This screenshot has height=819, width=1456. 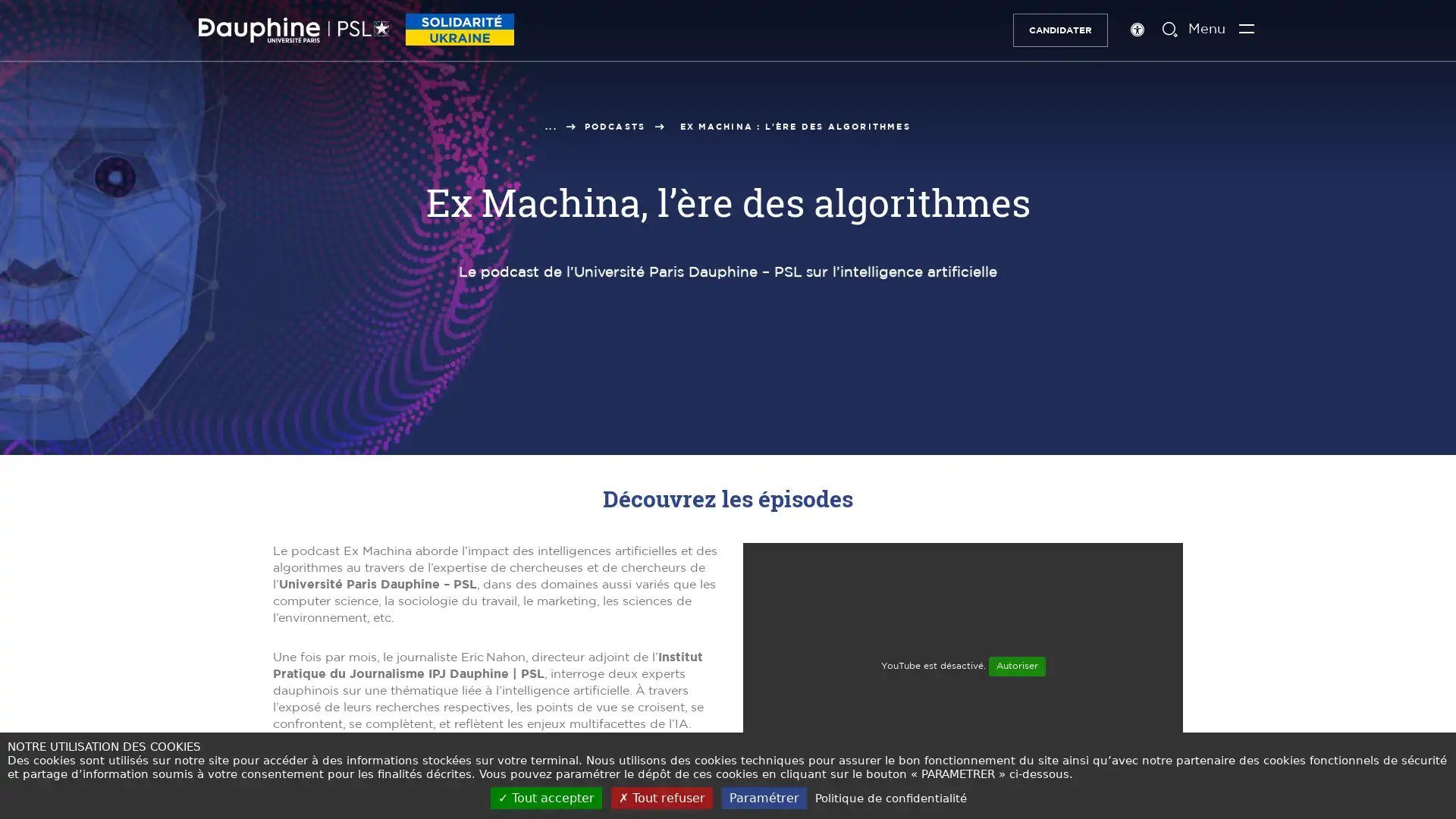 I want to click on Tout refuser, so click(x=661, y=797).